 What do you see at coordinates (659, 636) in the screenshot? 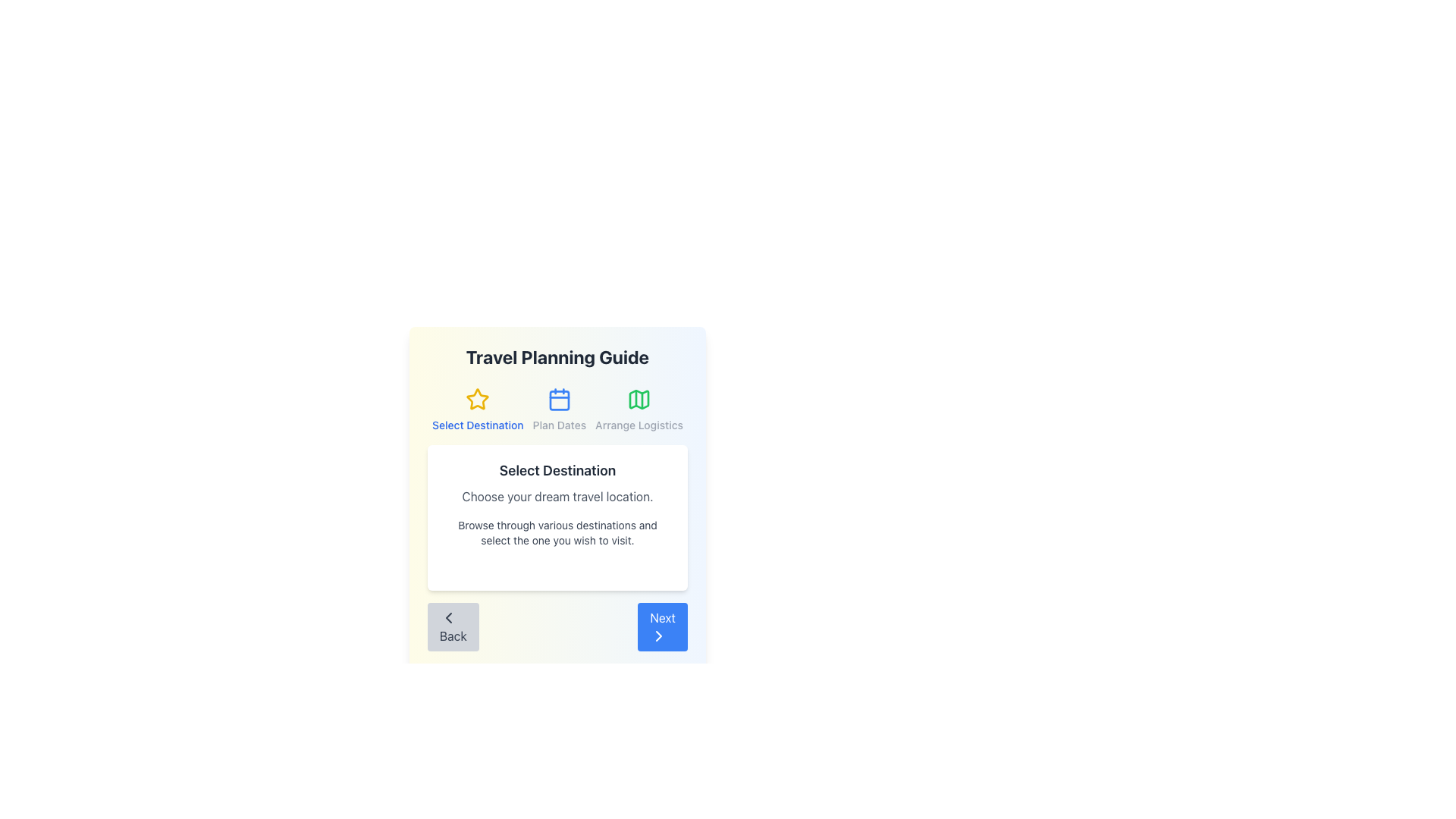
I see `the rightward-pointing chevron arrow within the 'Next' button to trigger potential hover effects` at bounding box center [659, 636].